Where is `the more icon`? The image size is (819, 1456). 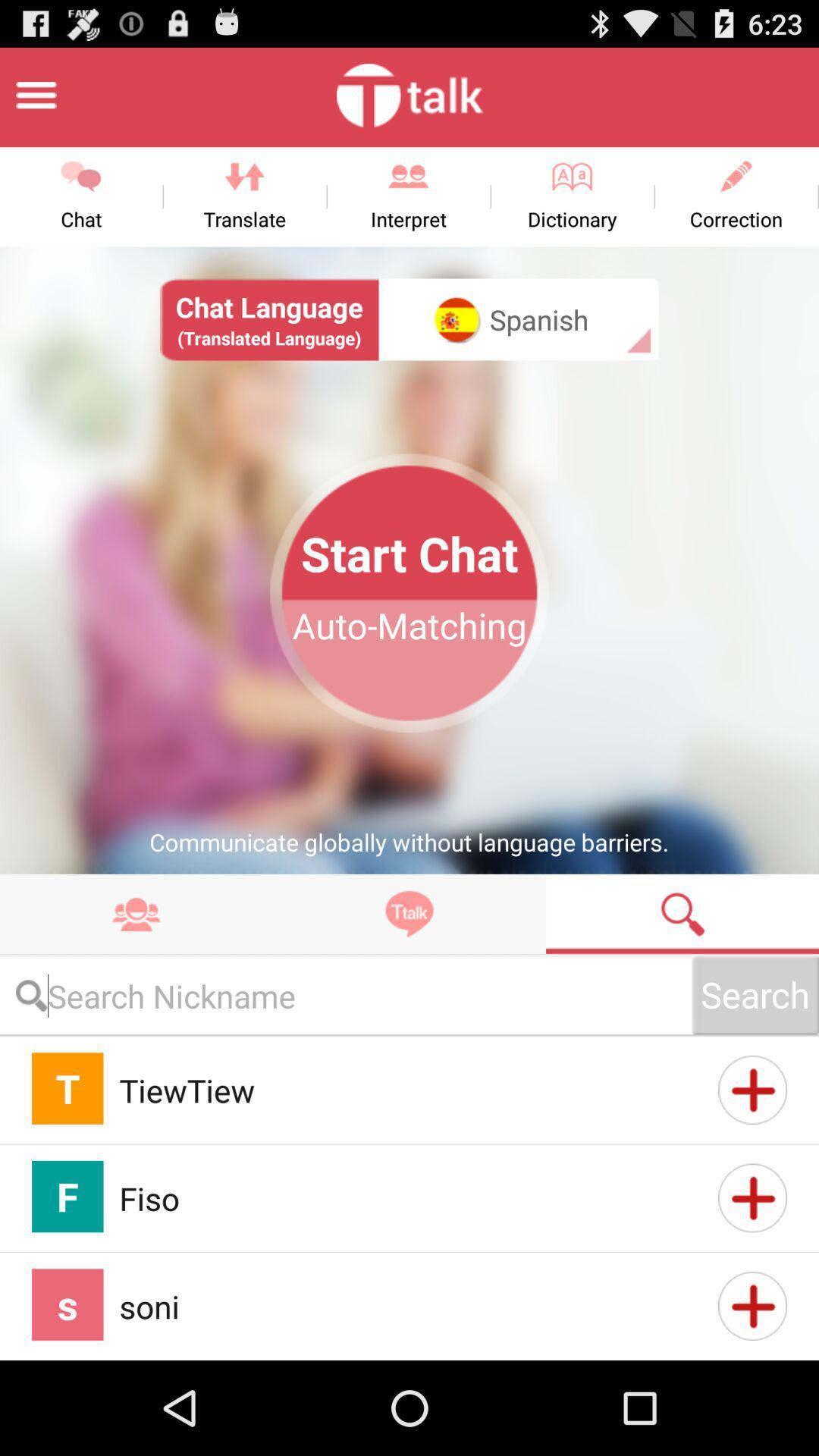 the more icon is located at coordinates (136, 977).